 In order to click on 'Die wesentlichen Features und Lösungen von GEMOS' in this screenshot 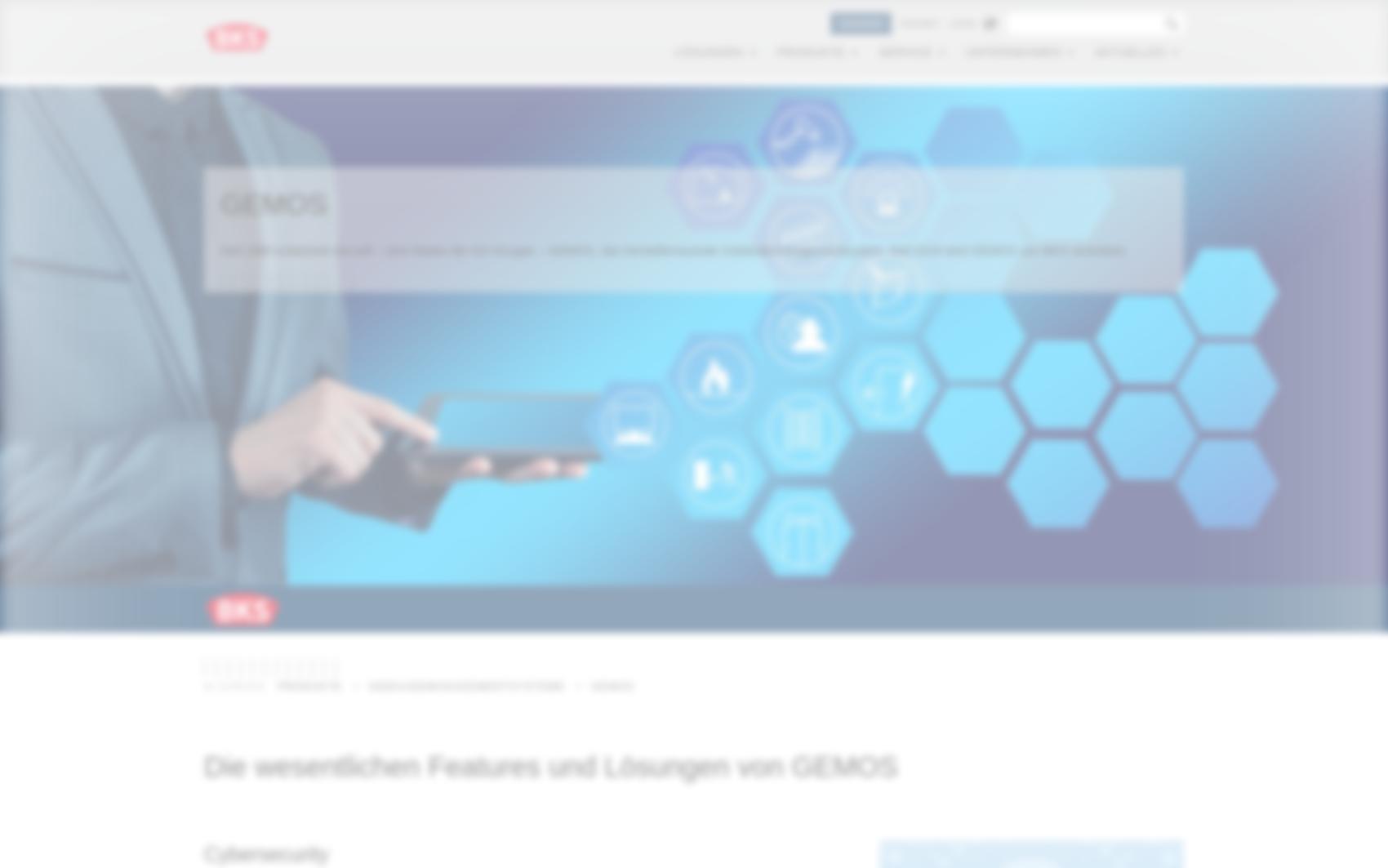, I will do `click(550, 765)`.